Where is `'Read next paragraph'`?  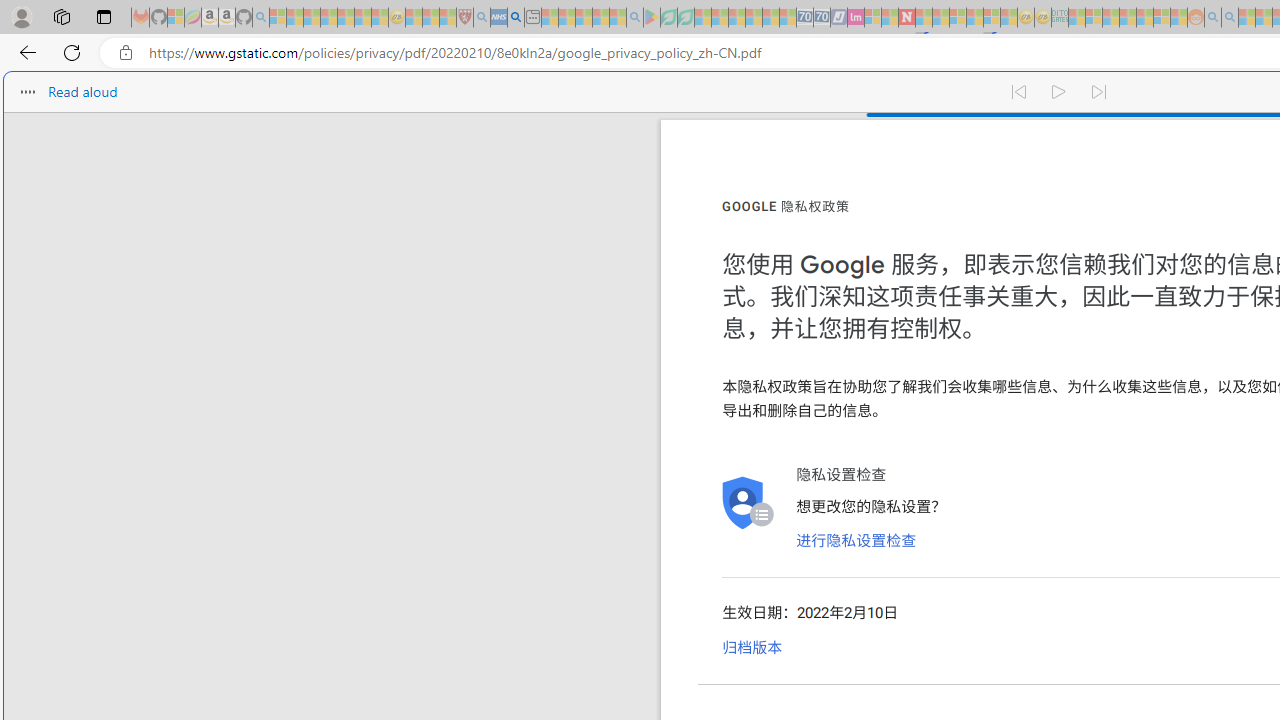 'Read next paragraph' is located at coordinates (1098, 92).